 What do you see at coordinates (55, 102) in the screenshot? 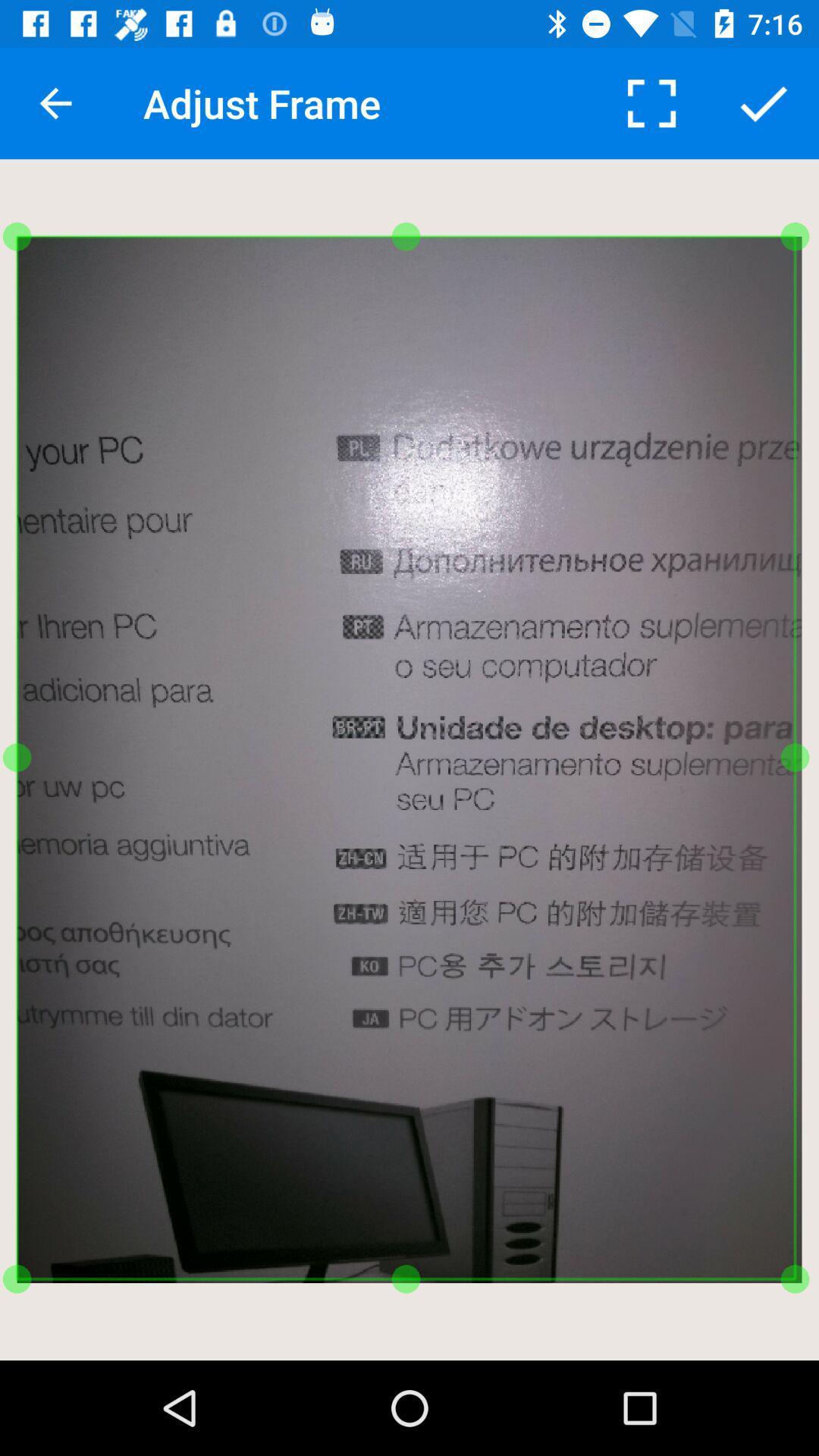
I see `item next to the adjust frame item` at bounding box center [55, 102].